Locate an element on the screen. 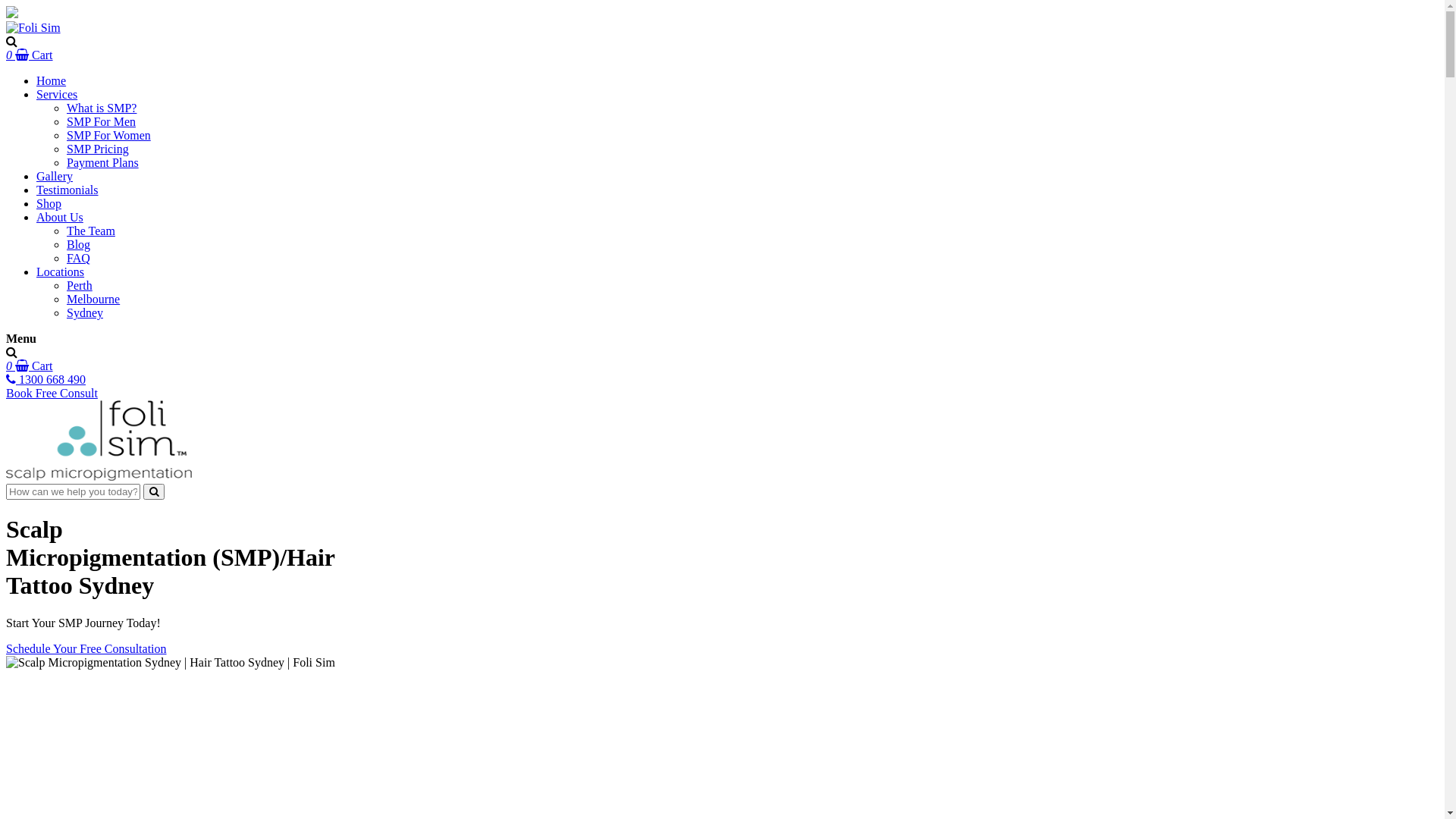 Image resolution: width=1456 pixels, height=819 pixels. '1300 668 490' is located at coordinates (45, 378).